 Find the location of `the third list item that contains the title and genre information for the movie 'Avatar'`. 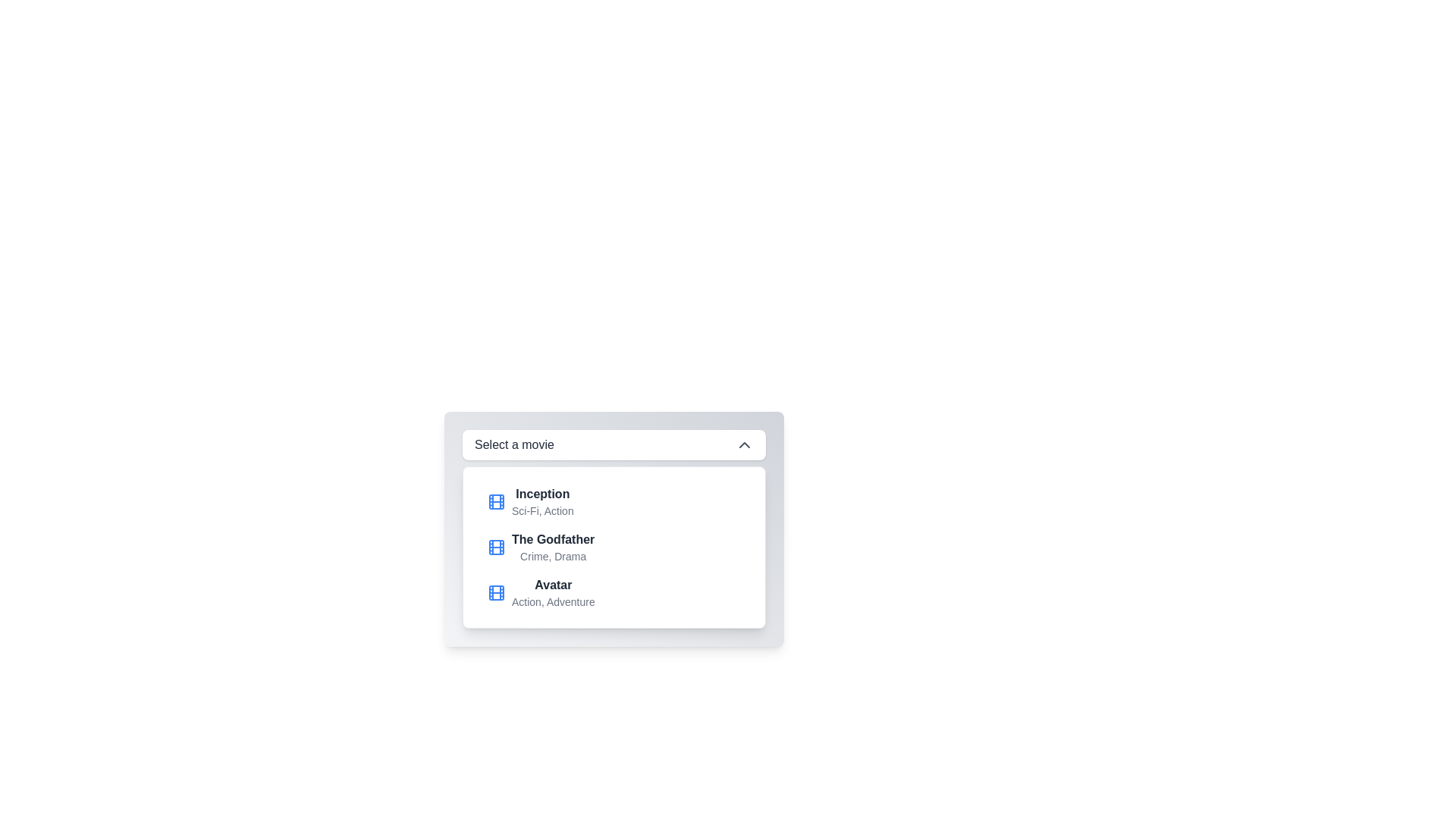

the third list item that contains the title and genre information for the movie 'Avatar' is located at coordinates (552, 592).